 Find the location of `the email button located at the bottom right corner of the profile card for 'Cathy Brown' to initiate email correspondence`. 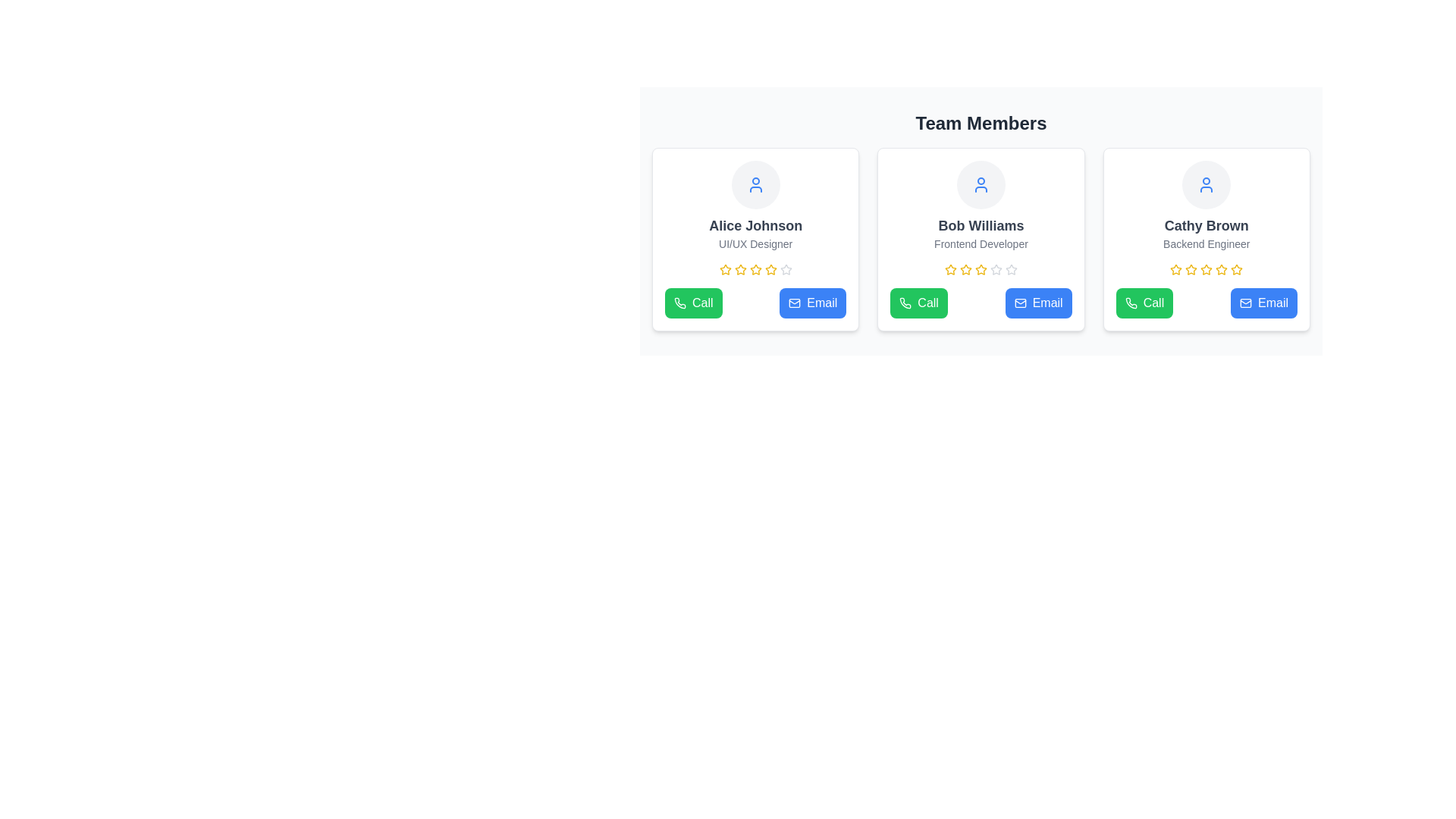

the email button located at the bottom right corner of the profile card for 'Cathy Brown' to initiate email correspondence is located at coordinates (1263, 303).